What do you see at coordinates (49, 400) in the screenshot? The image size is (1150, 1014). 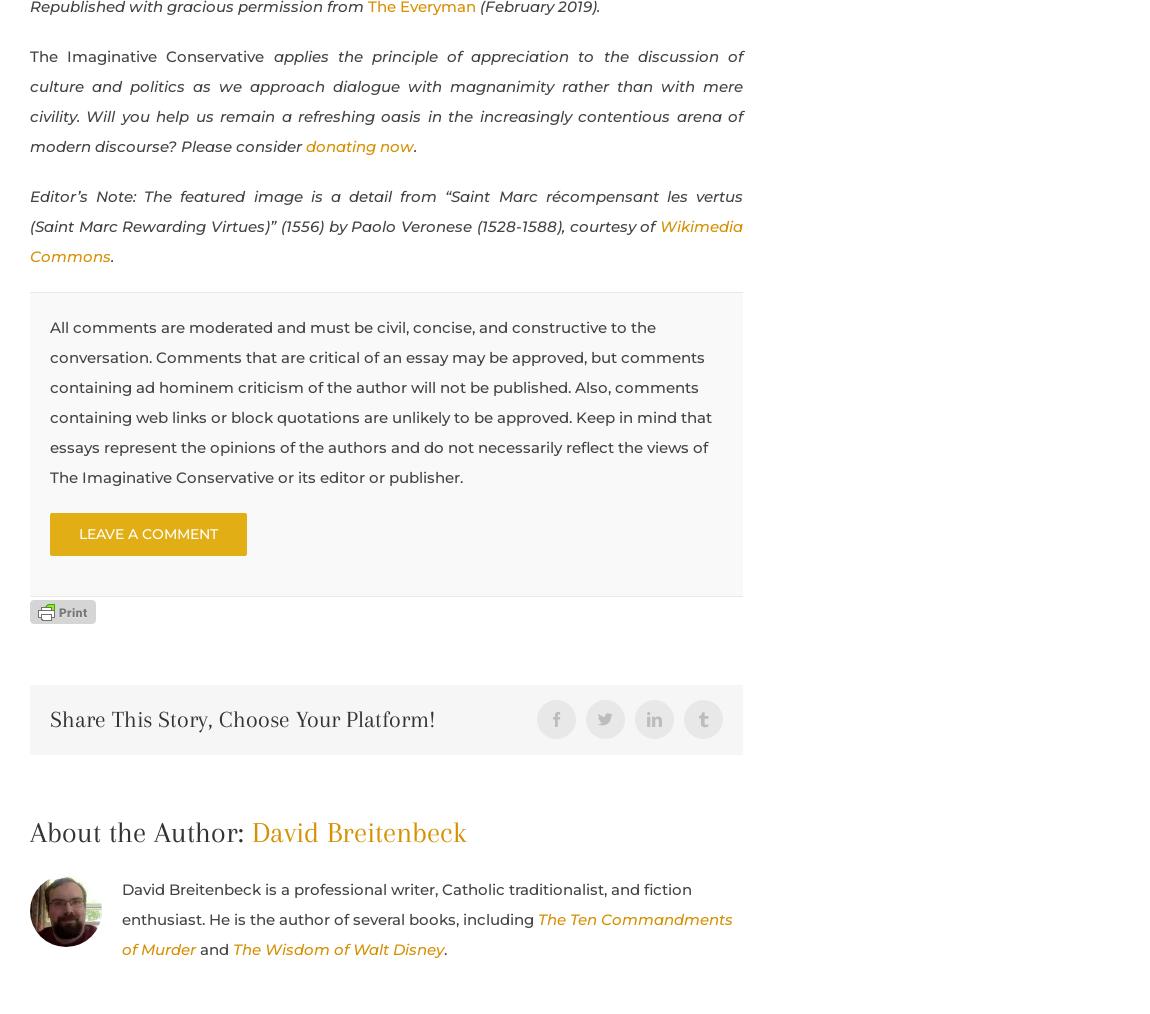 I see `'All comments are moderated and must be civil, concise, and constructive to the conversation. Comments that are critical of an essay may be approved, but comments containing ad hominem criticism of the author will not be published. Also, comments containing web links or block quotations are unlikely to be approved. Keep in mind that essays represent the opinions of the authors and do not necessarily reflect the views of The Imaginative Conservative or its editor or publisher.'` at bounding box center [49, 400].